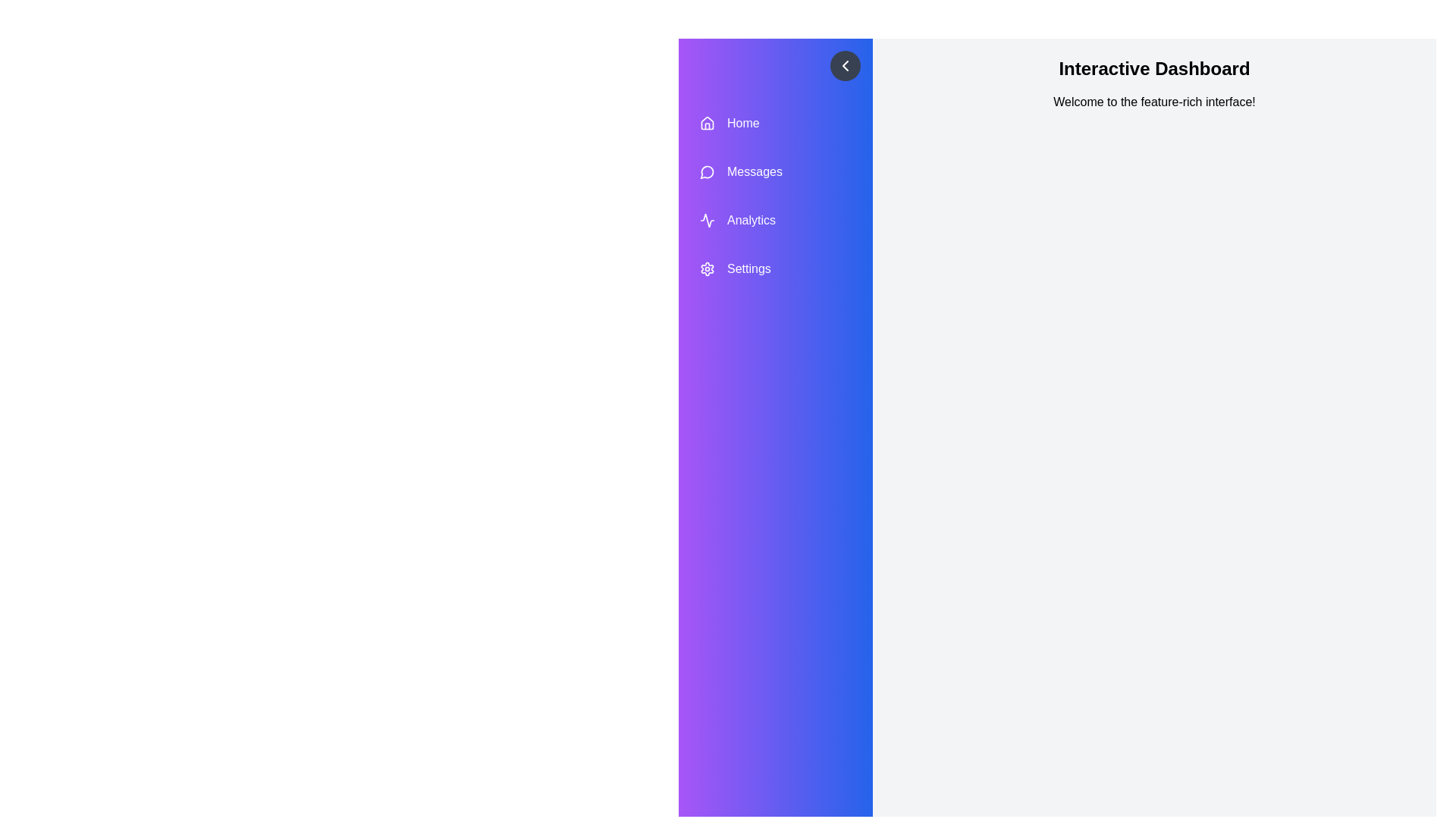 Image resolution: width=1456 pixels, height=819 pixels. I want to click on the menu item Settings to highlight it visually, so click(775, 268).